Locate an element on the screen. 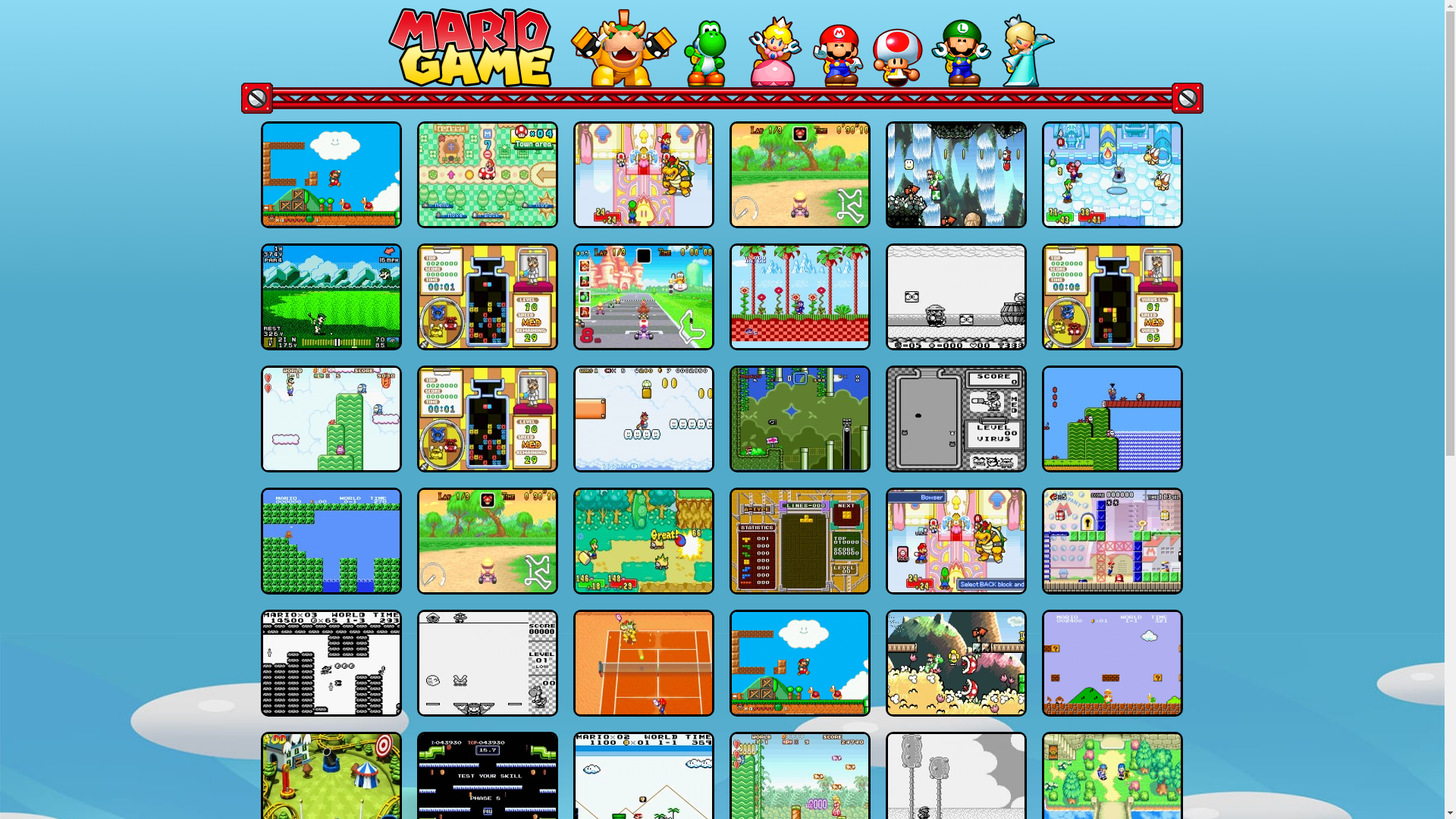 The height and width of the screenshot is (819, 1456). 'Mario Bros' is located at coordinates (488, 783).